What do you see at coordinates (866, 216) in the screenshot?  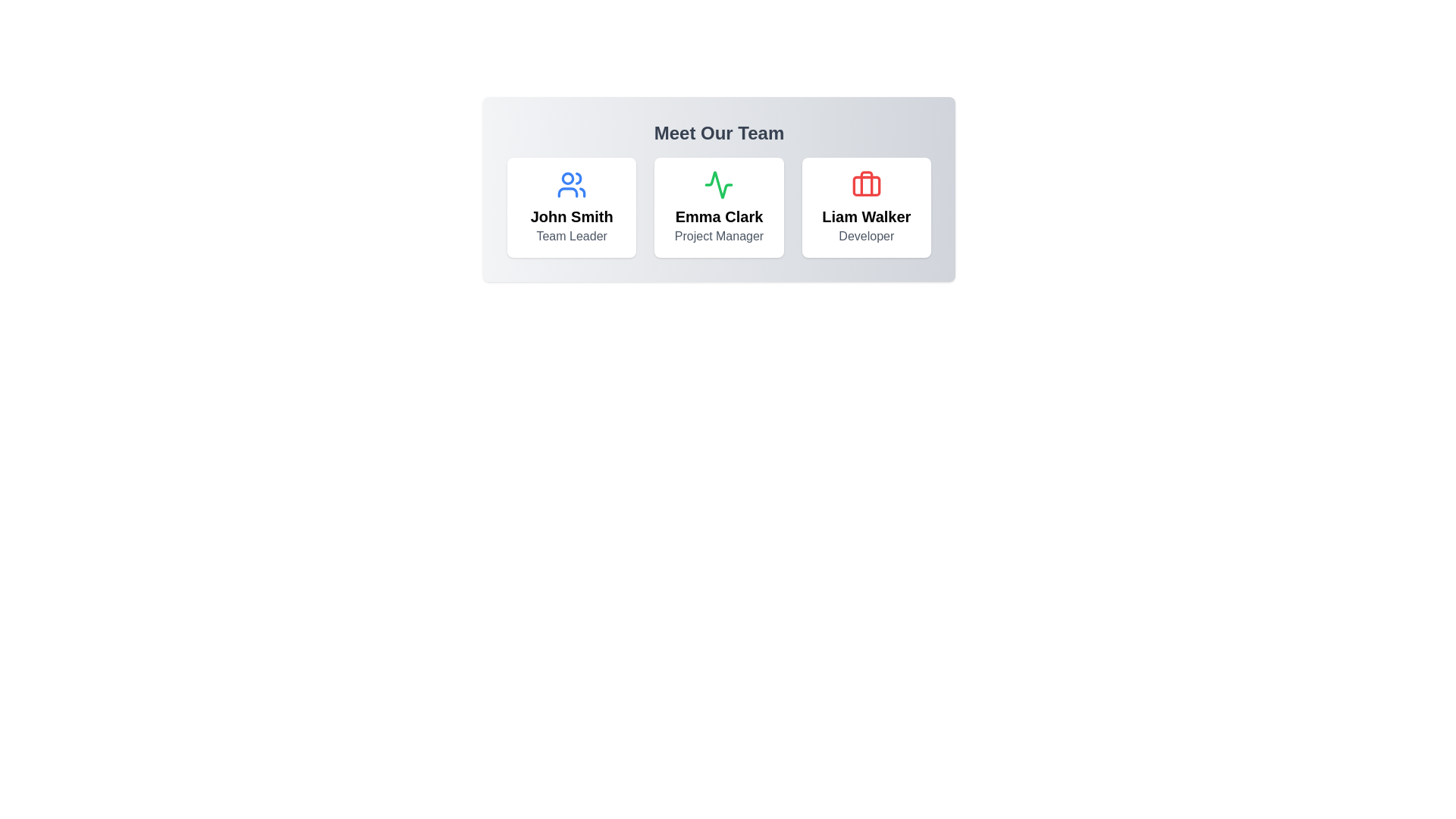 I see `text displayed by the Text Display element that shows 'Liam Walker', located in the rightmost card beneath the briefcase icon and above the 'Developer' text` at bounding box center [866, 216].